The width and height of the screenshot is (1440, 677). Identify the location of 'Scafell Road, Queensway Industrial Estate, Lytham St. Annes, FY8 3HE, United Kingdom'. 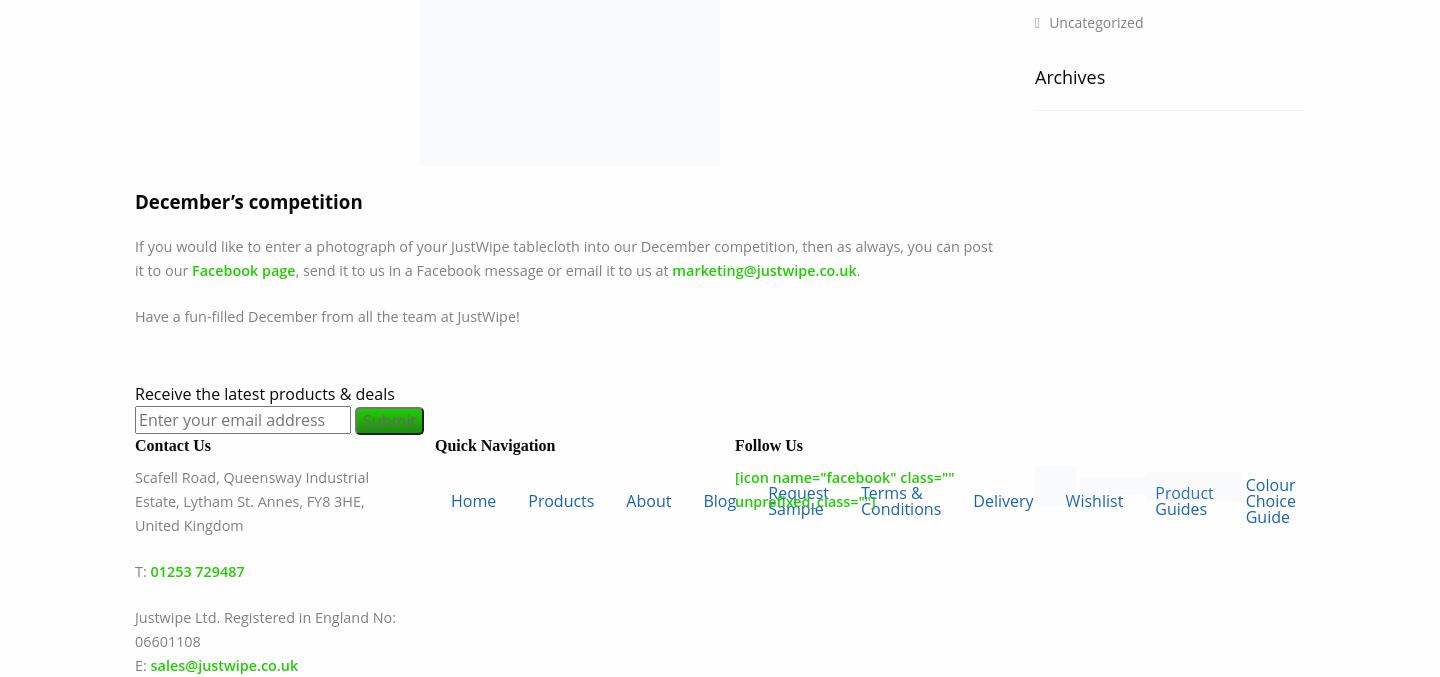
(250, 500).